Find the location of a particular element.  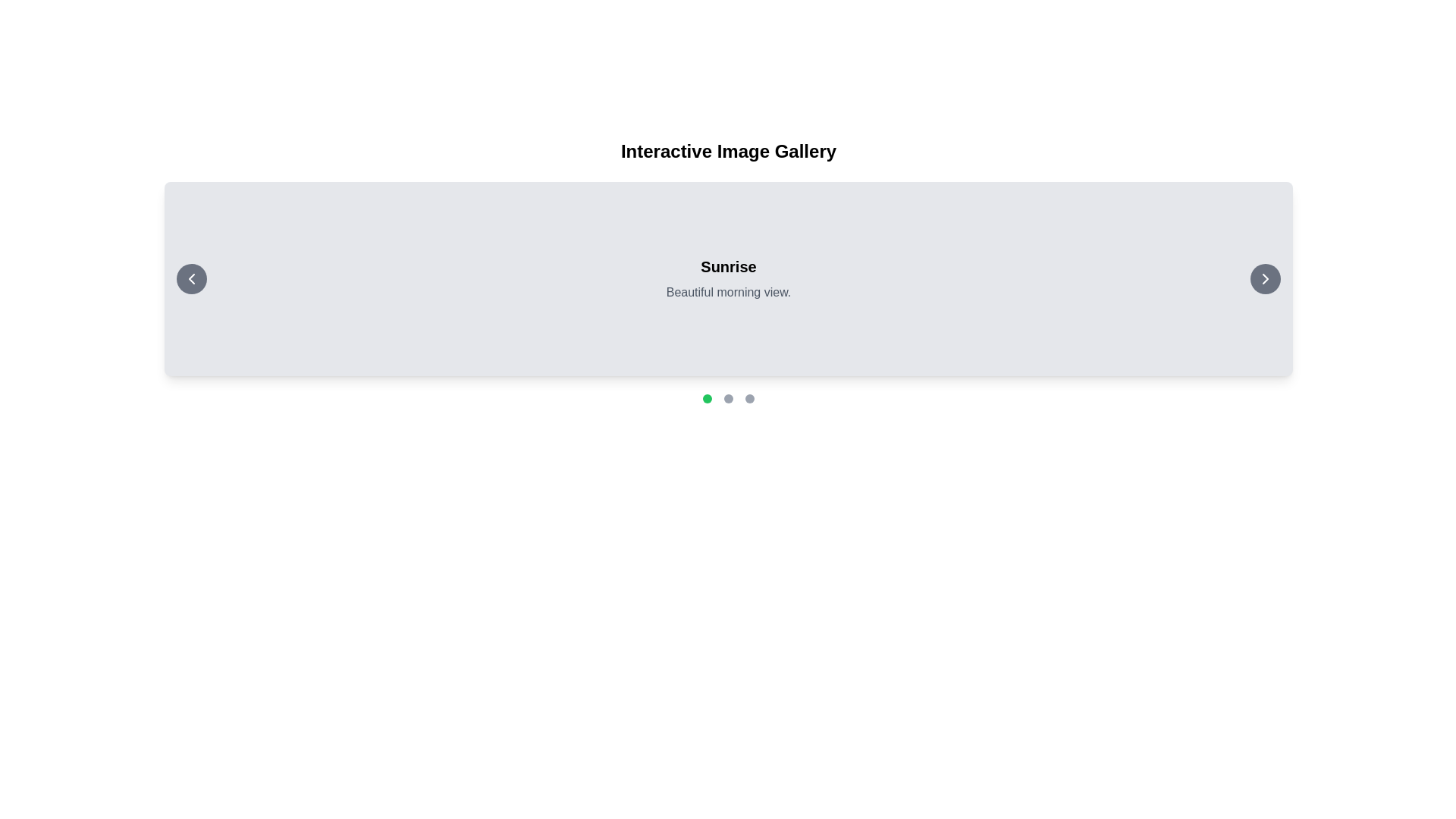

the circular button with a dark gray background and a white rightward pointing arrow icon is located at coordinates (1266, 278).